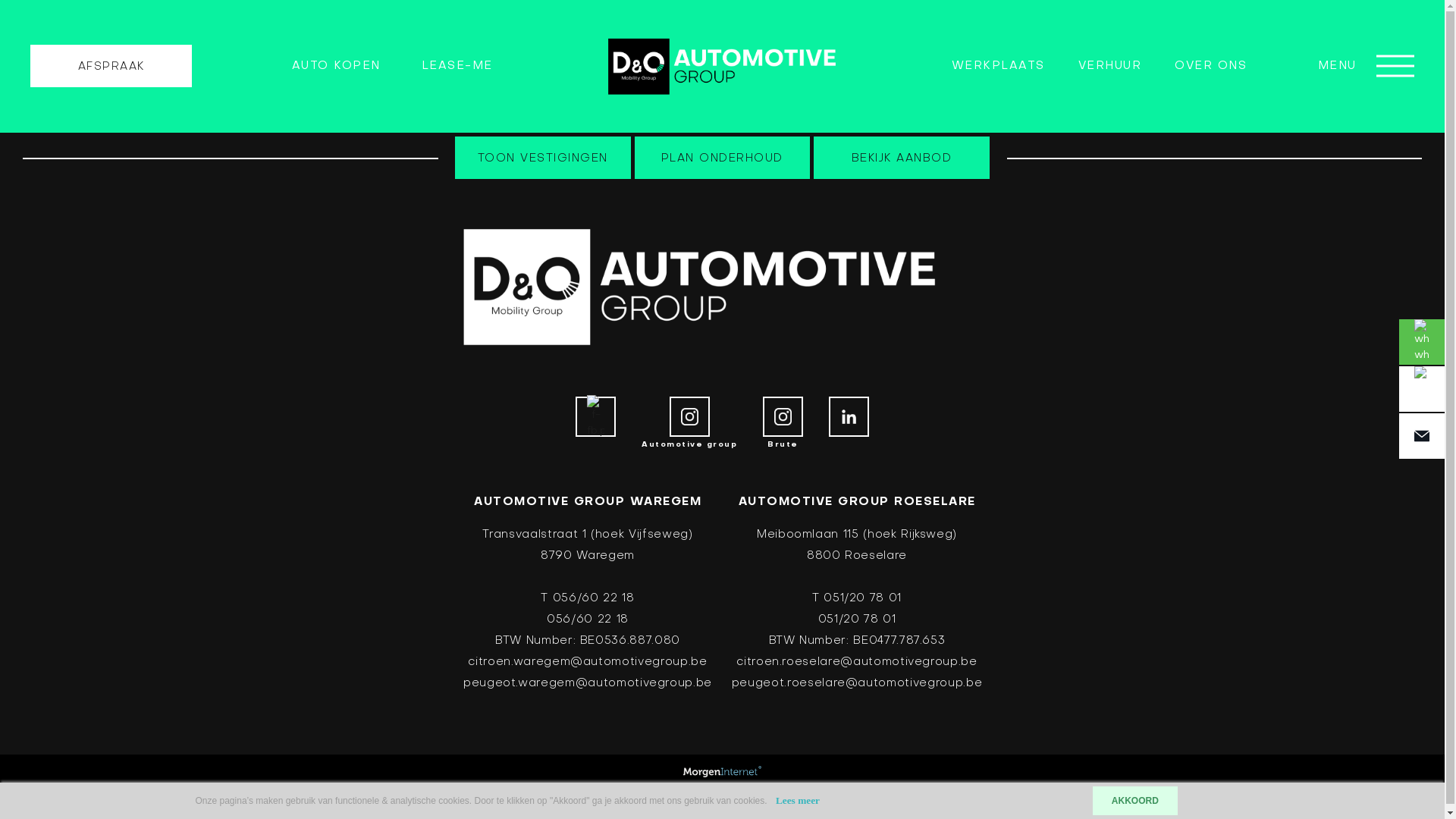  I want to click on 'PLAN ONDERHOUD', so click(634, 158).